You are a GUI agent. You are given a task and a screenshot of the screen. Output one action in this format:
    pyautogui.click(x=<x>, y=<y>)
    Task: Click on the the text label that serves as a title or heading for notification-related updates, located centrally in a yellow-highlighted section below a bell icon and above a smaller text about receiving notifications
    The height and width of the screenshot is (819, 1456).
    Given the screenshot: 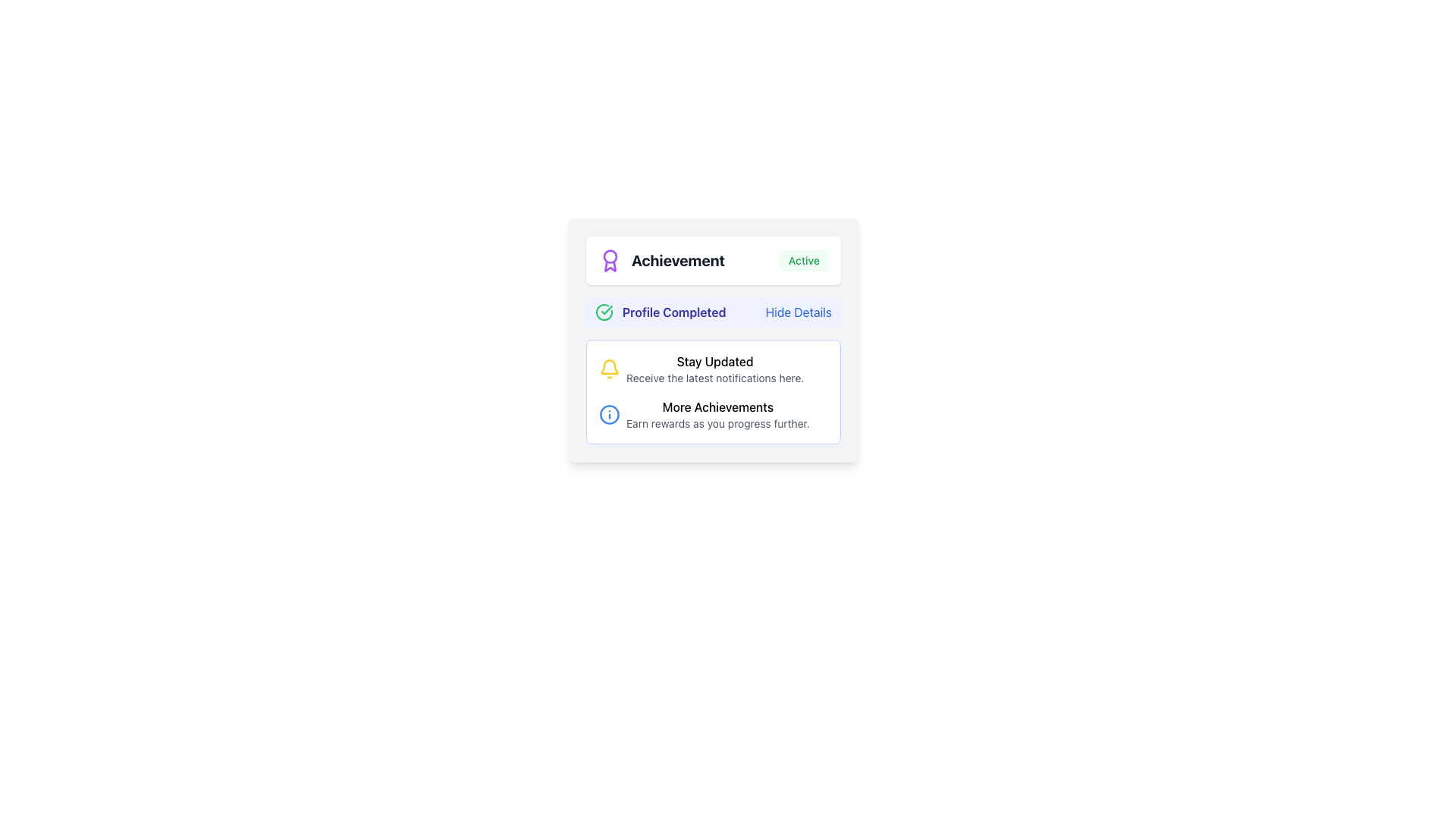 What is the action you would take?
    pyautogui.click(x=714, y=362)
    